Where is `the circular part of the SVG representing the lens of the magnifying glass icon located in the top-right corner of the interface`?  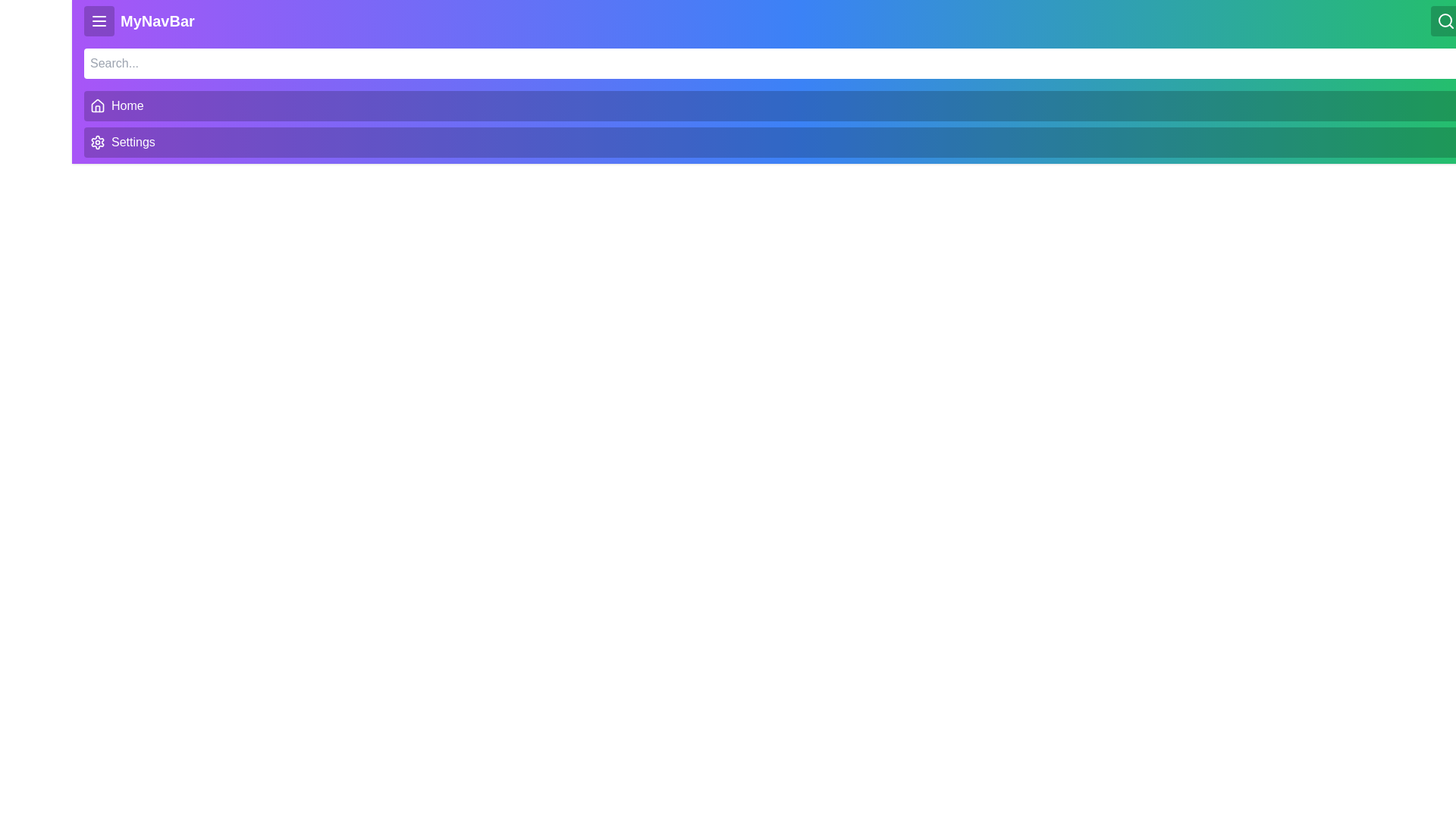 the circular part of the SVG representing the lens of the magnifying glass icon located in the top-right corner of the interface is located at coordinates (1444, 20).